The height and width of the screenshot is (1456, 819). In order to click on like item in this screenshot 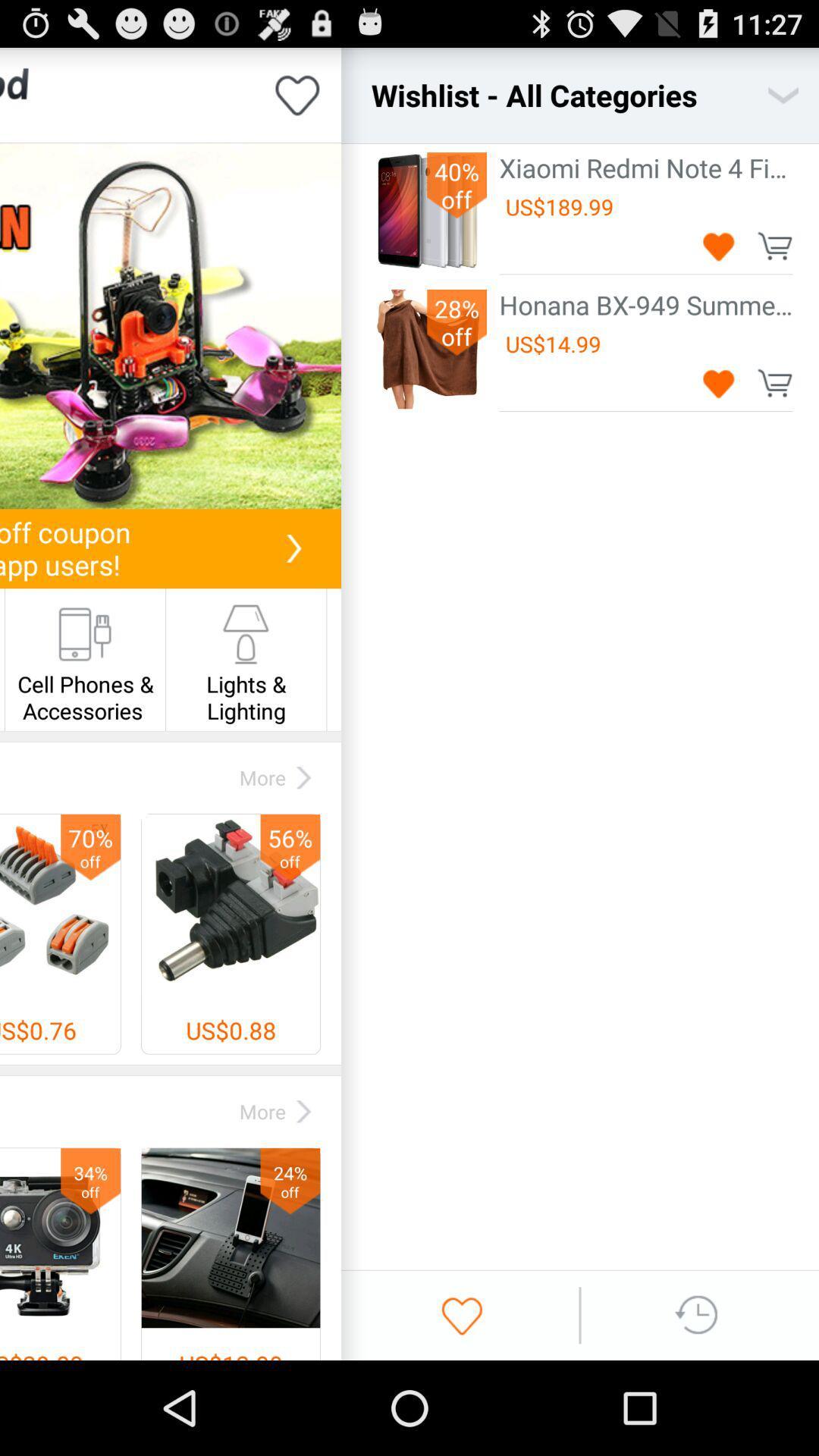, I will do `click(297, 94)`.